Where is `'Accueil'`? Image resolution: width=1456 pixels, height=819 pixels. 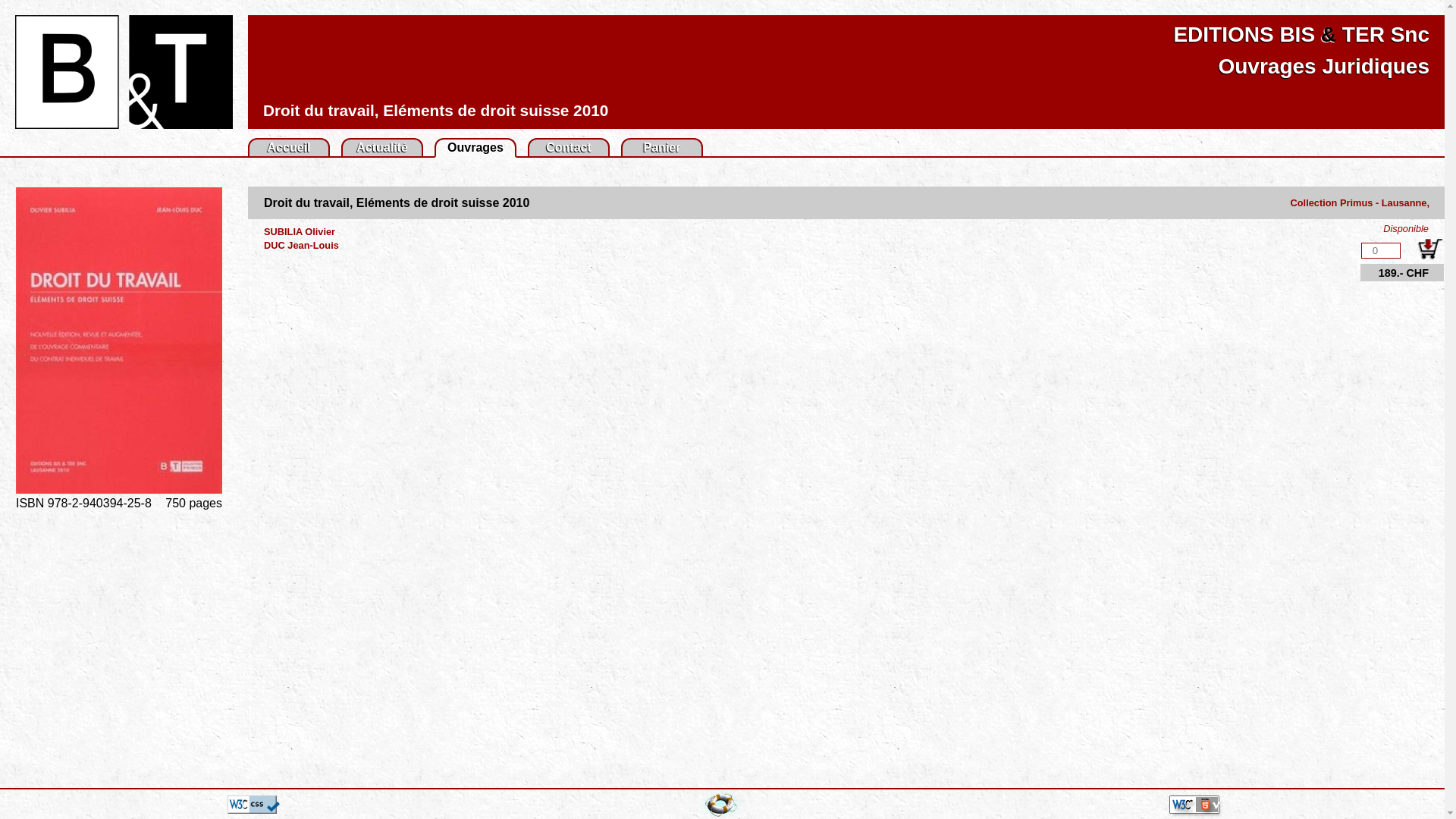 'Accueil' is located at coordinates (289, 147).